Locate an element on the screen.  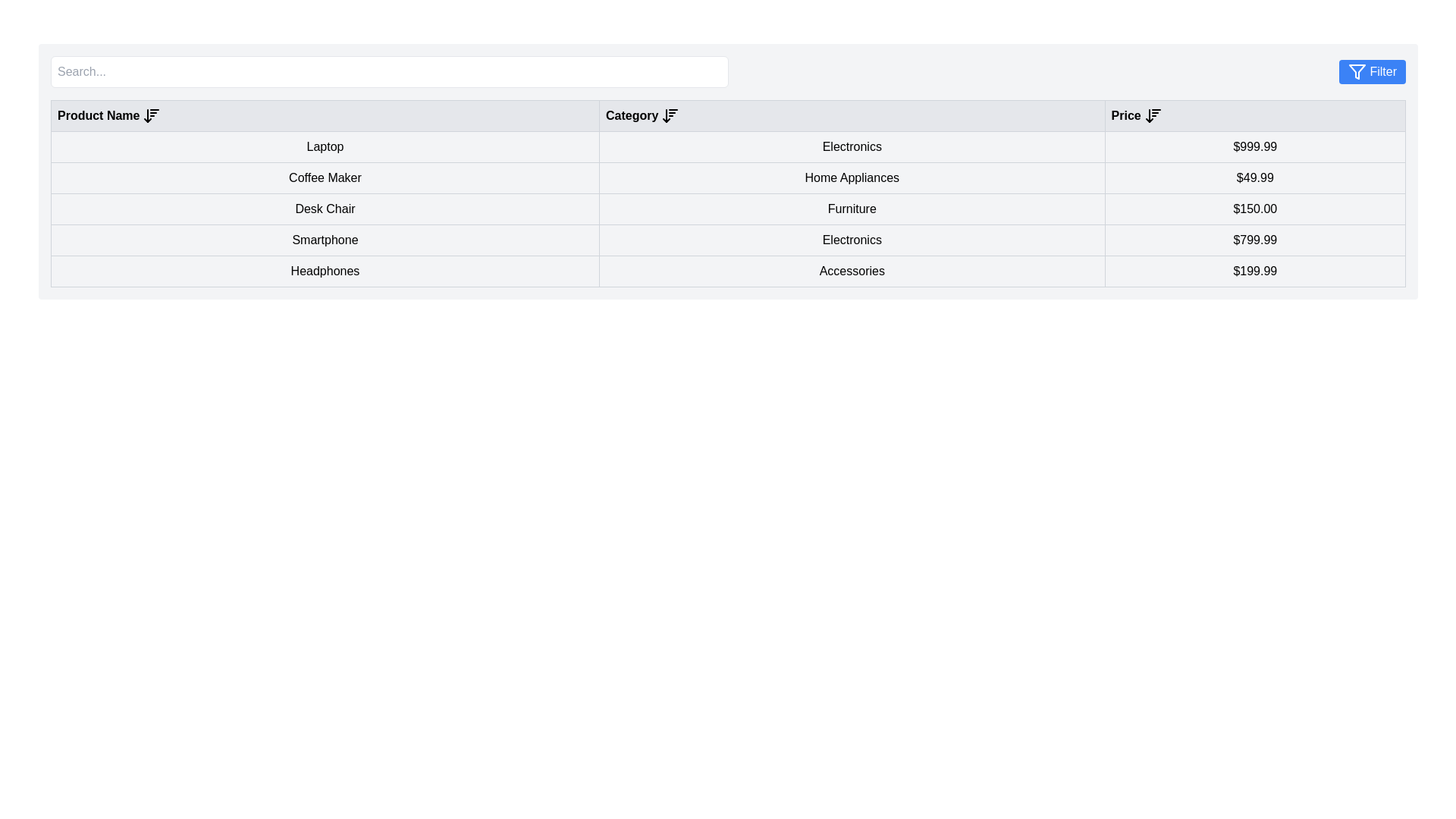
the static text element displaying the price '$199.99', which is styled with a border and light gray background, located in the last column of the product 'Headphones' data row is located at coordinates (1255, 271).